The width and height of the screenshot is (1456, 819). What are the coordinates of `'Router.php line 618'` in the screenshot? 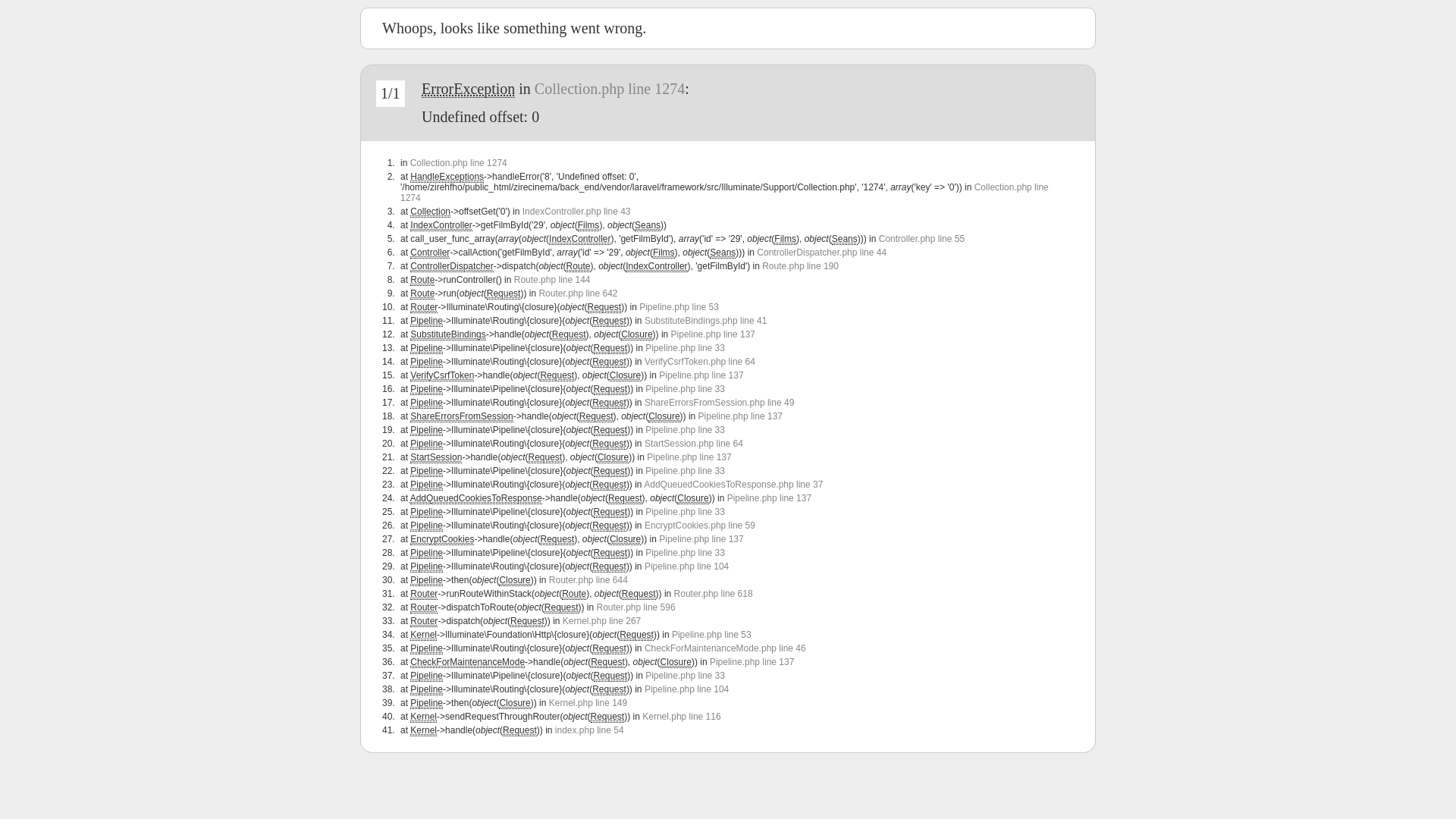 It's located at (673, 593).